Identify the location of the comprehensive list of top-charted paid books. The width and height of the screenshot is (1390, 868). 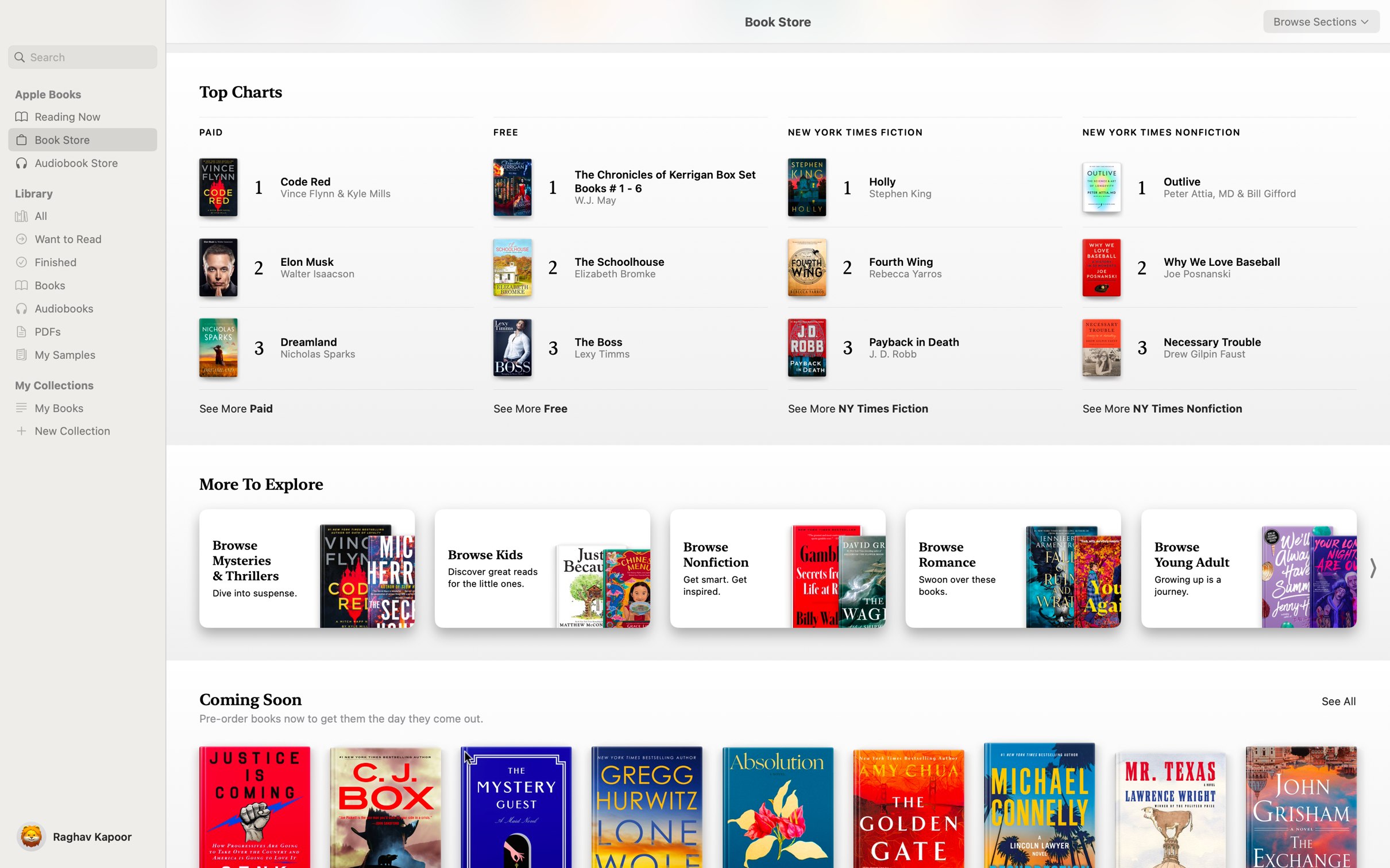
(237, 405).